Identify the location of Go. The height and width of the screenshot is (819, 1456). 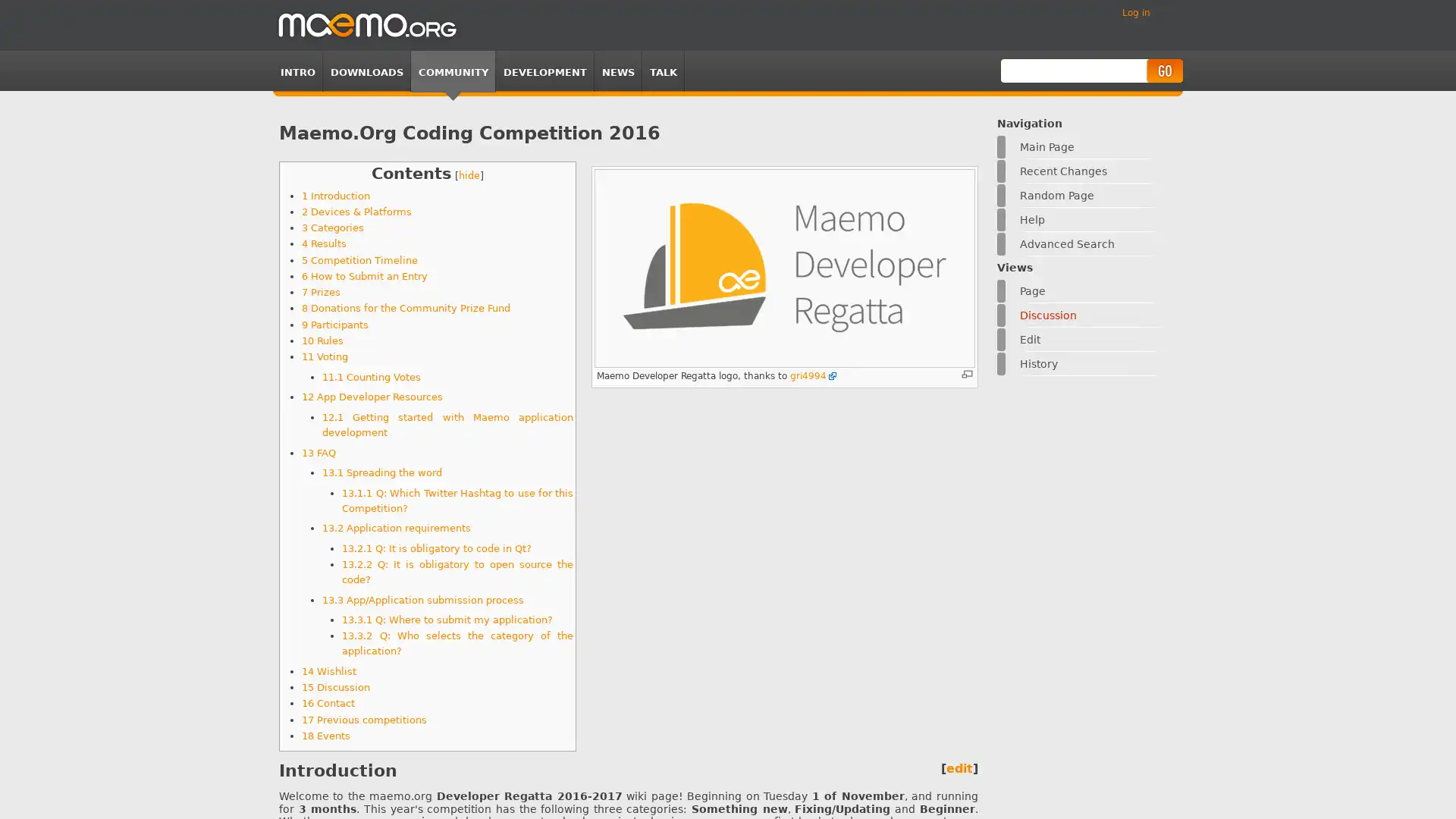
(1163, 71).